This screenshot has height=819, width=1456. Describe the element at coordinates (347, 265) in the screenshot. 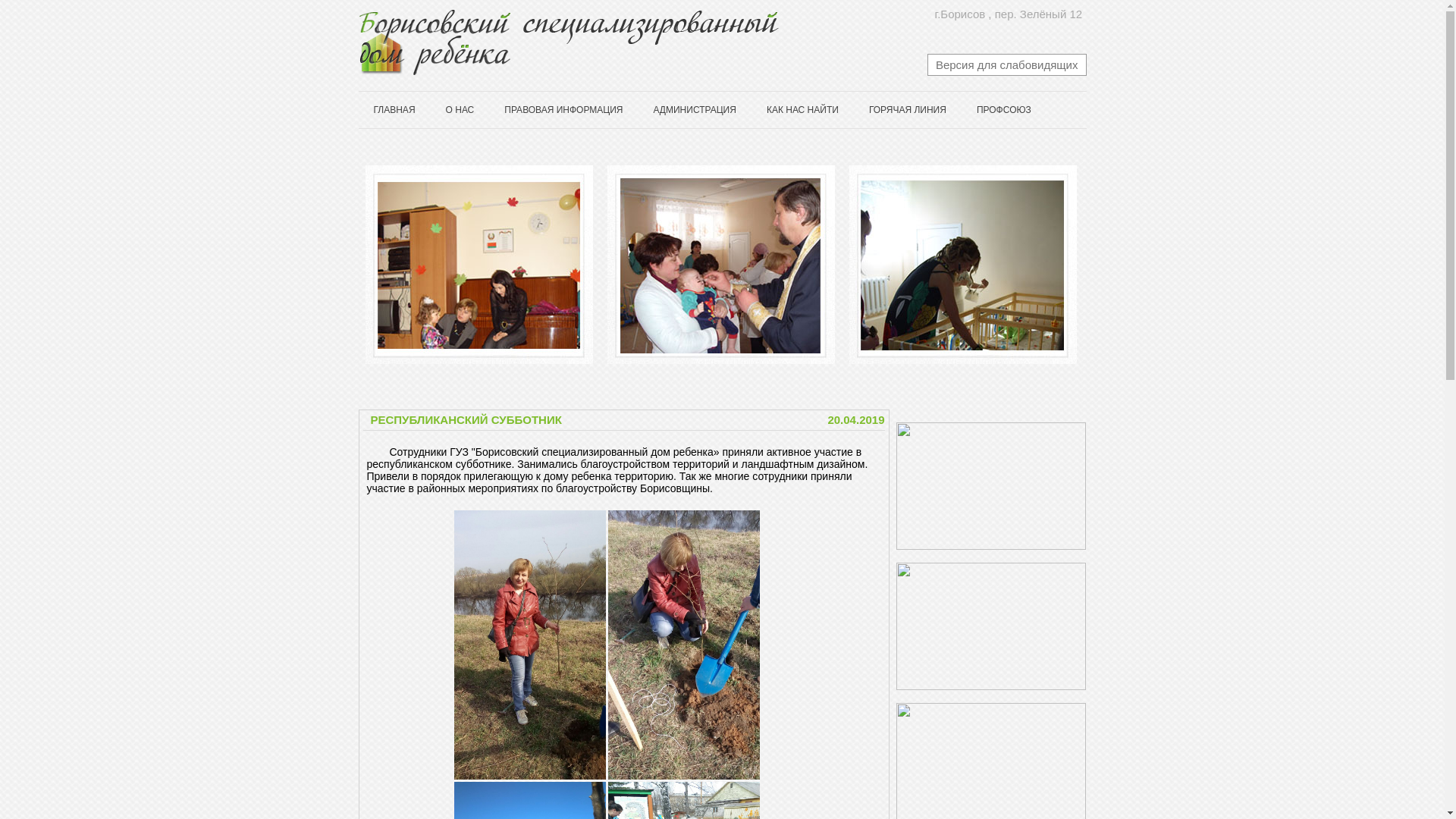

I see `'<'` at that location.